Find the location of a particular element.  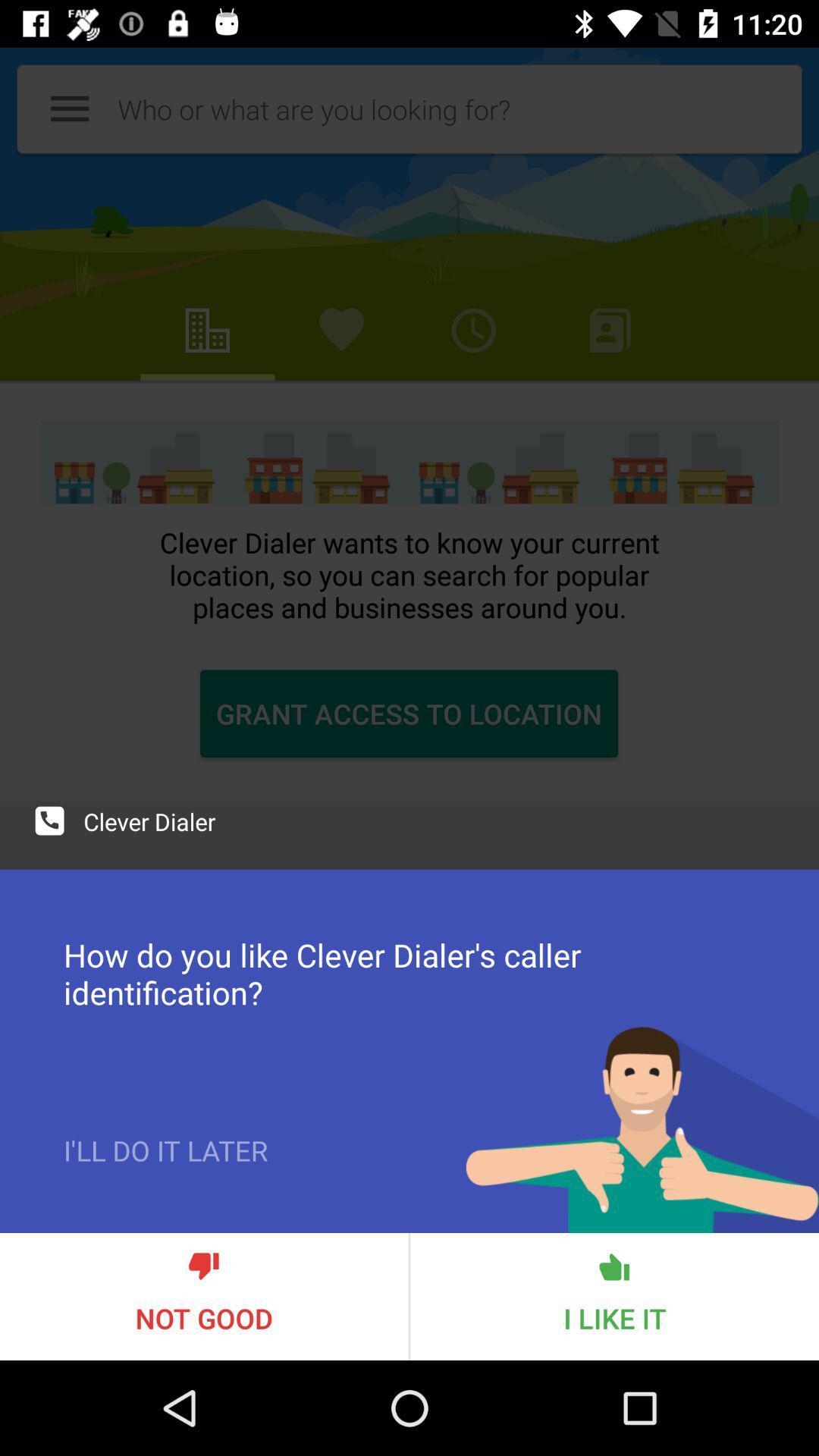

icon above the not good item is located at coordinates (165, 1181).